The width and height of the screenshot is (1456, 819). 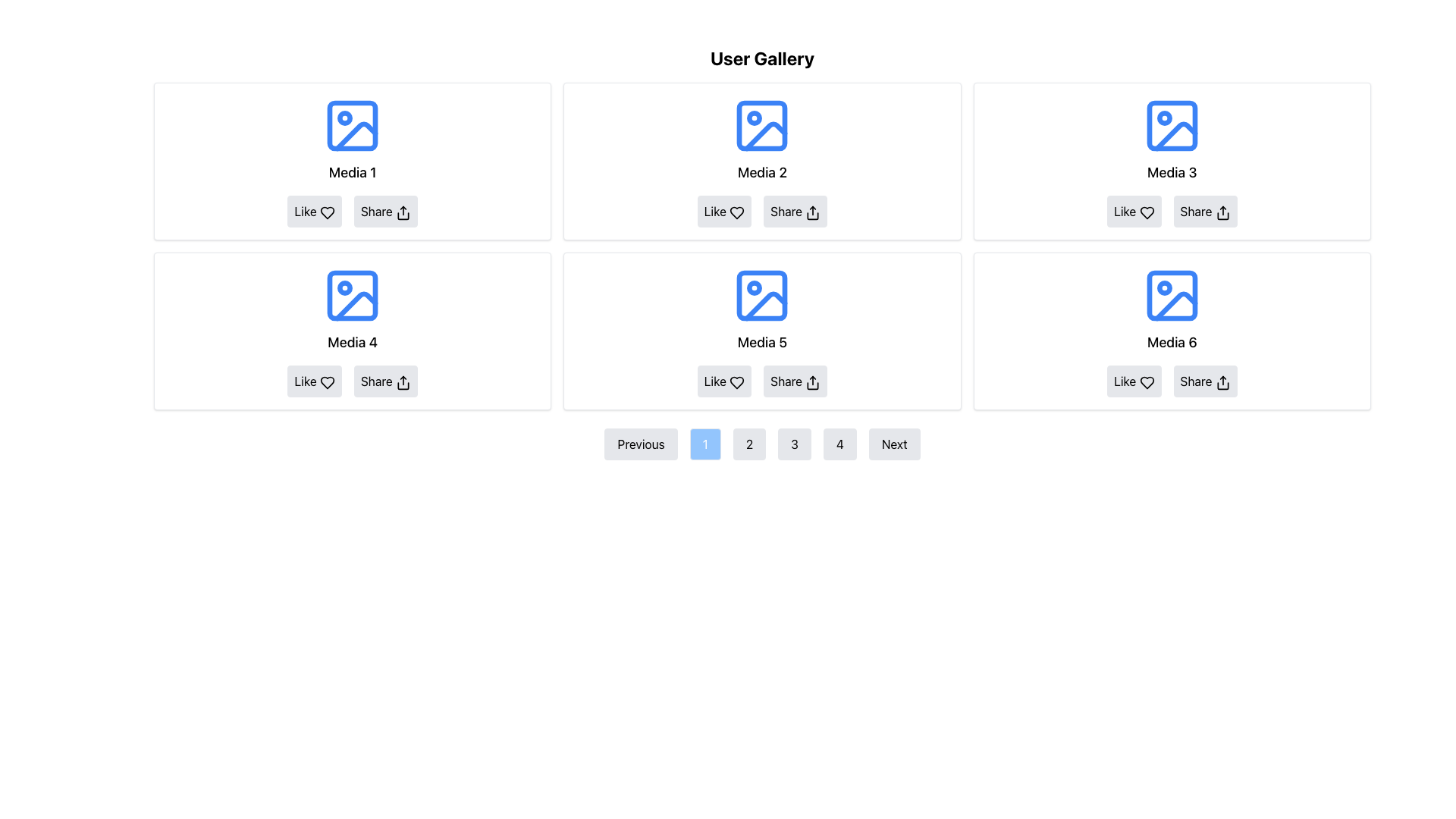 What do you see at coordinates (794, 444) in the screenshot?
I see `the button labeled '3', which is styled with rounded corners and changes to blue when hovered, located in the pagination control sequence` at bounding box center [794, 444].